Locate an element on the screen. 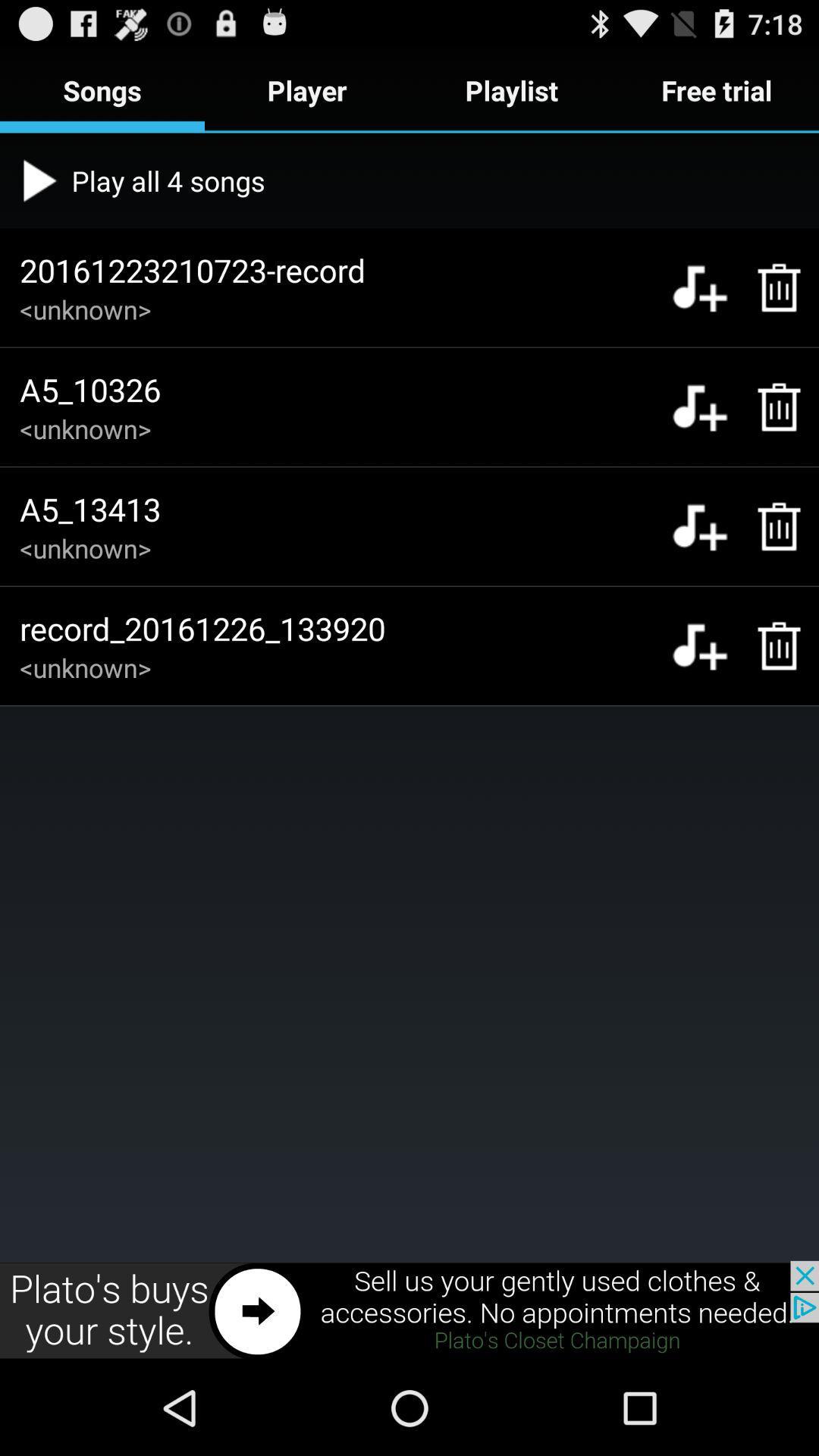 This screenshot has width=819, height=1456. delete entry is located at coordinates (771, 526).